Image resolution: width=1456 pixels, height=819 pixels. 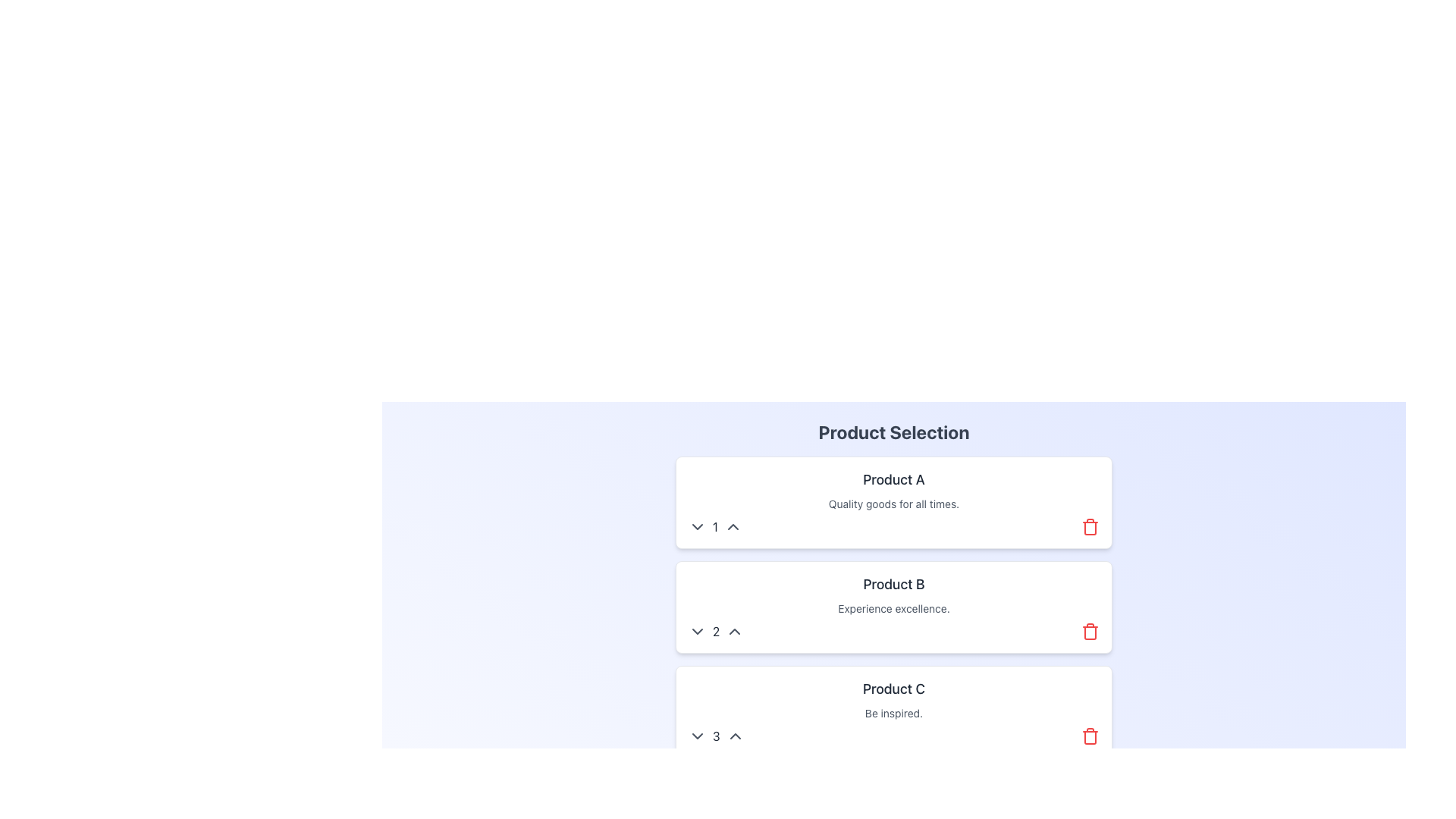 I want to click on text from the bold, large text block that says 'Product Selection', which is centered at the top of its section, so click(x=894, y=432).